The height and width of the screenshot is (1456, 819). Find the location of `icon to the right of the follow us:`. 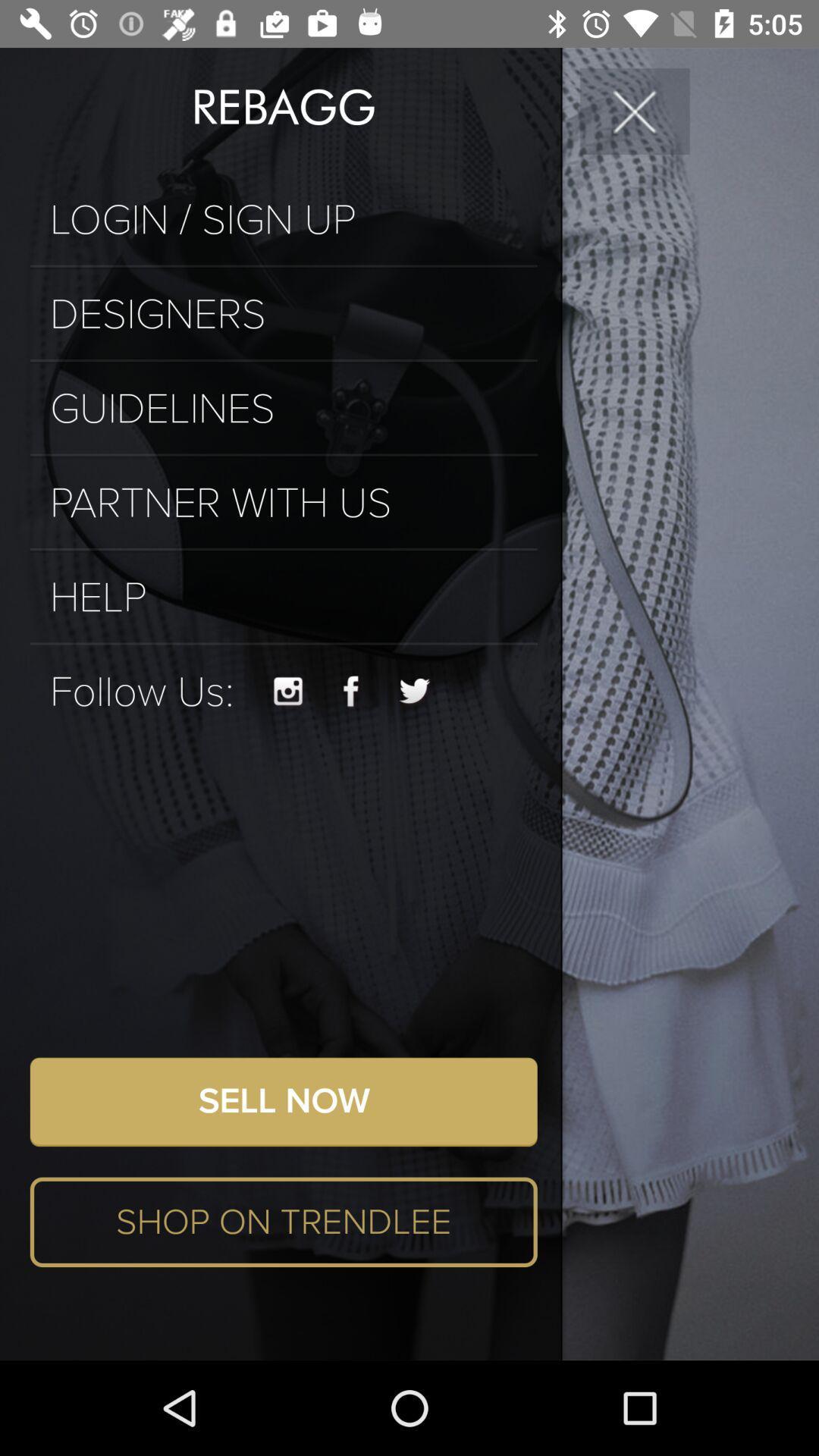

icon to the right of the follow us: is located at coordinates (288, 691).